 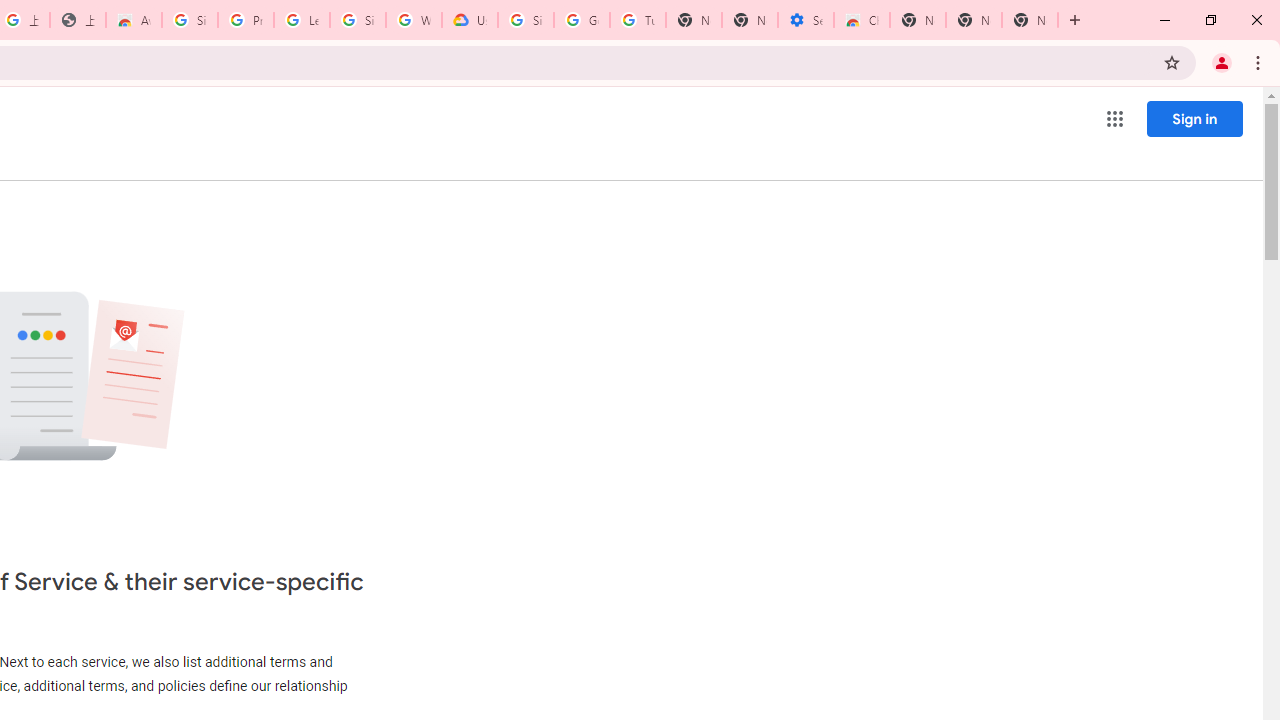 What do you see at coordinates (413, 20) in the screenshot?
I see `'Who are Google'` at bounding box center [413, 20].